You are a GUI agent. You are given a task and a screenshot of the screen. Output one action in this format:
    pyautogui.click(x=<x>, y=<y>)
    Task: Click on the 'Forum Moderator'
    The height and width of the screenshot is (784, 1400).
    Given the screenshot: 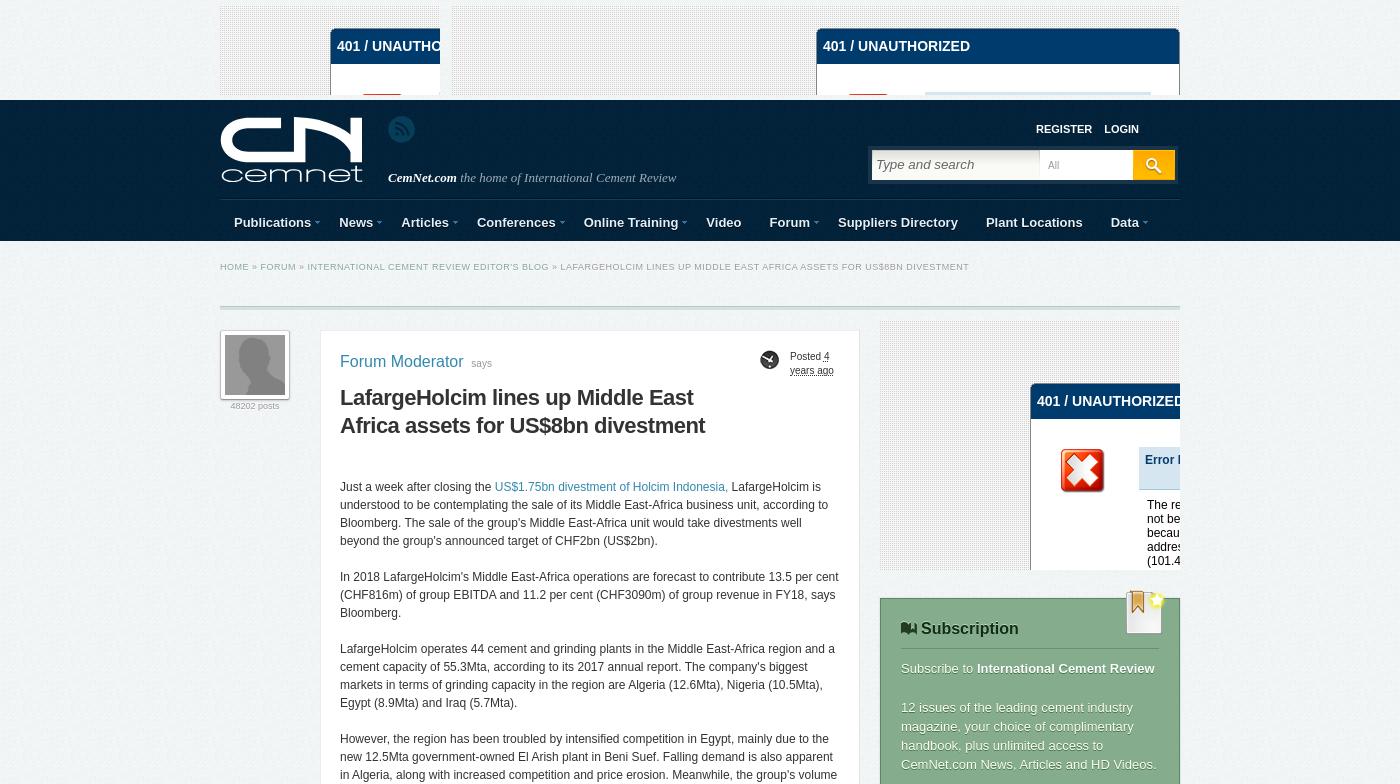 What is the action you would take?
    pyautogui.click(x=401, y=361)
    